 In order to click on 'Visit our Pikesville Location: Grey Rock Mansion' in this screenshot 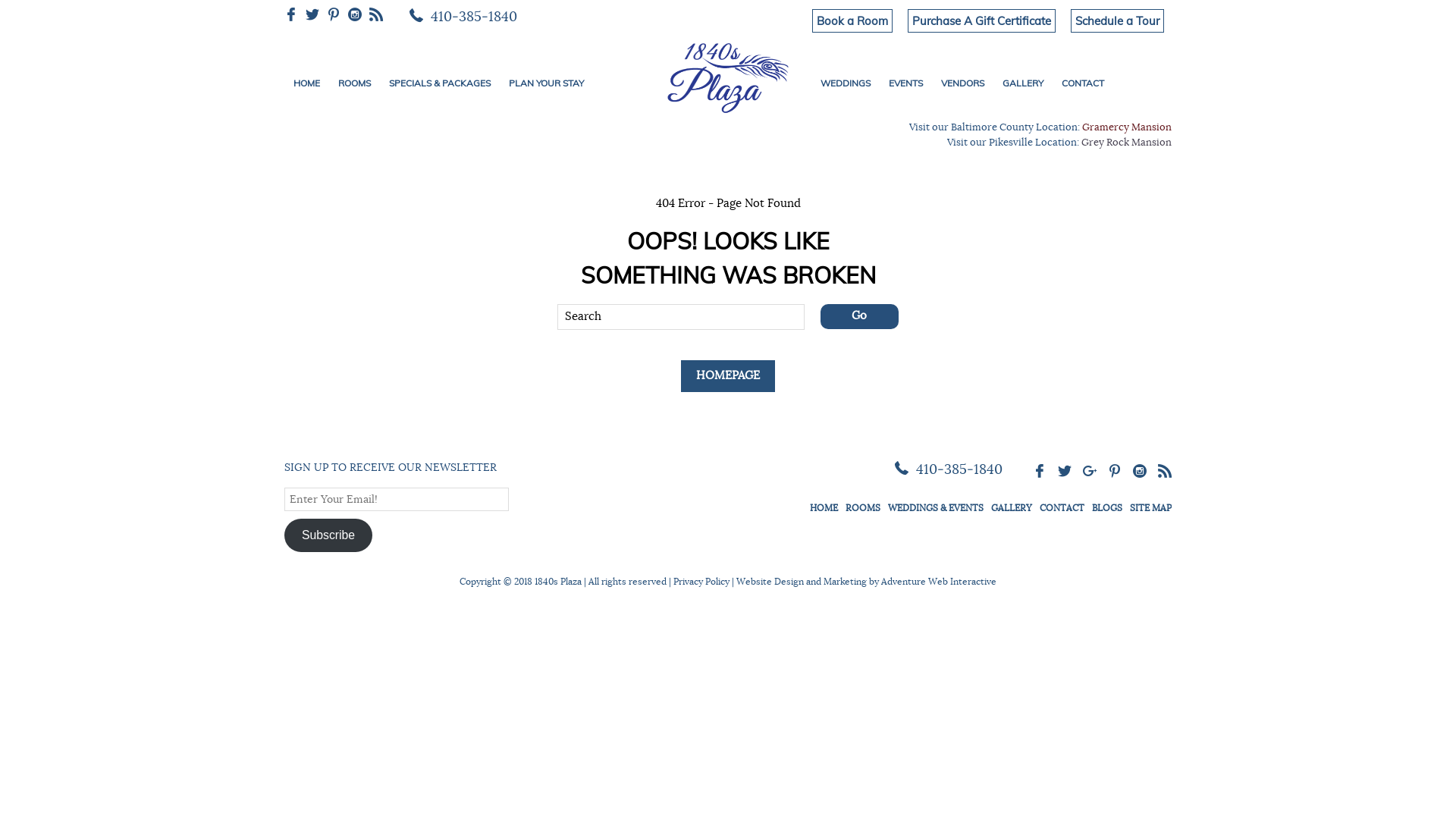, I will do `click(1058, 143)`.